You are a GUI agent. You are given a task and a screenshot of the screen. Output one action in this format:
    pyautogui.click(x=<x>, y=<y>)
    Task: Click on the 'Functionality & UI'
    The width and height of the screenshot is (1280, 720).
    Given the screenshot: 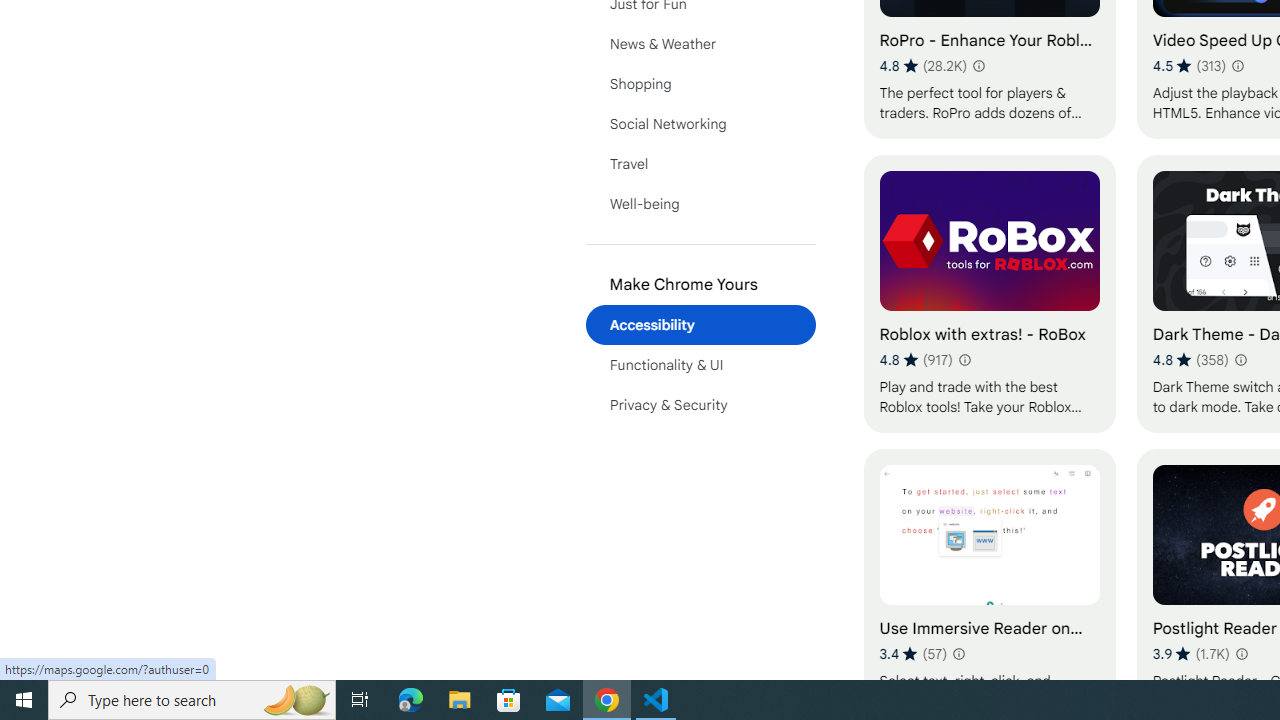 What is the action you would take?
    pyautogui.click(x=700, y=365)
    